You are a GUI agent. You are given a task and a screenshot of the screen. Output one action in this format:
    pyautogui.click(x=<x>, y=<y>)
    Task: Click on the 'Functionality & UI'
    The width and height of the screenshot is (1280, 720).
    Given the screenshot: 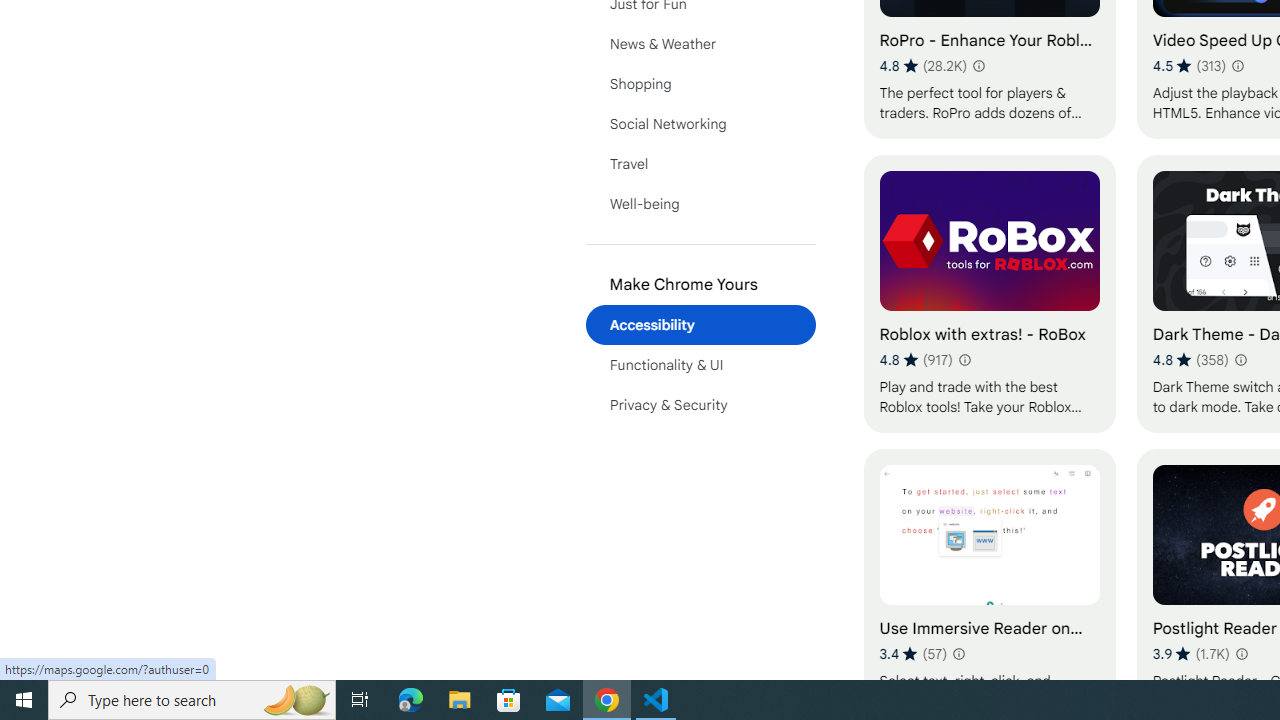 What is the action you would take?
    pyautogui.click(x=700, y=365)
    